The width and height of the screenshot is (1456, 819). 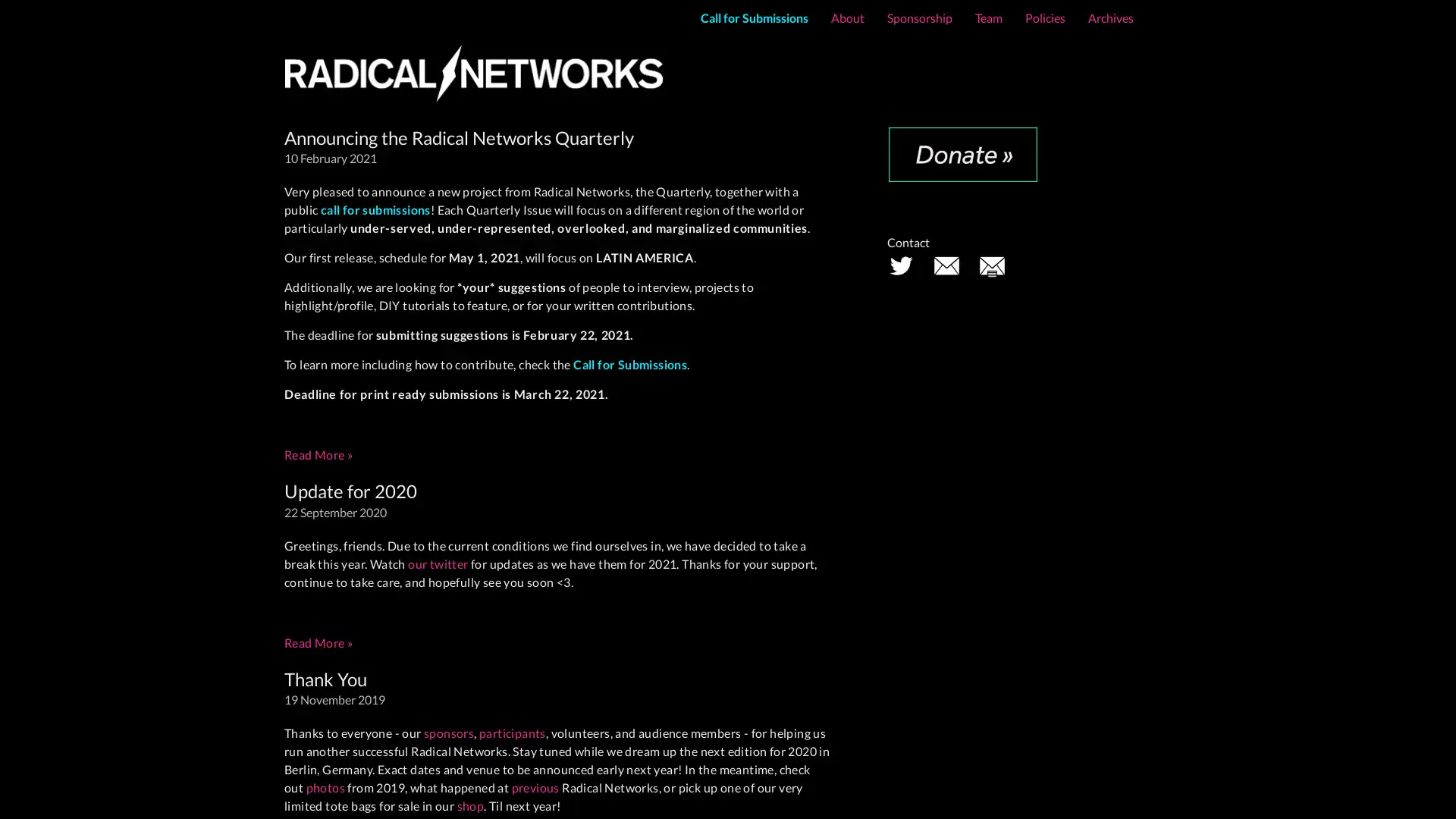 I want to click on Donate with PayPal button, so click(x=962, y=155).